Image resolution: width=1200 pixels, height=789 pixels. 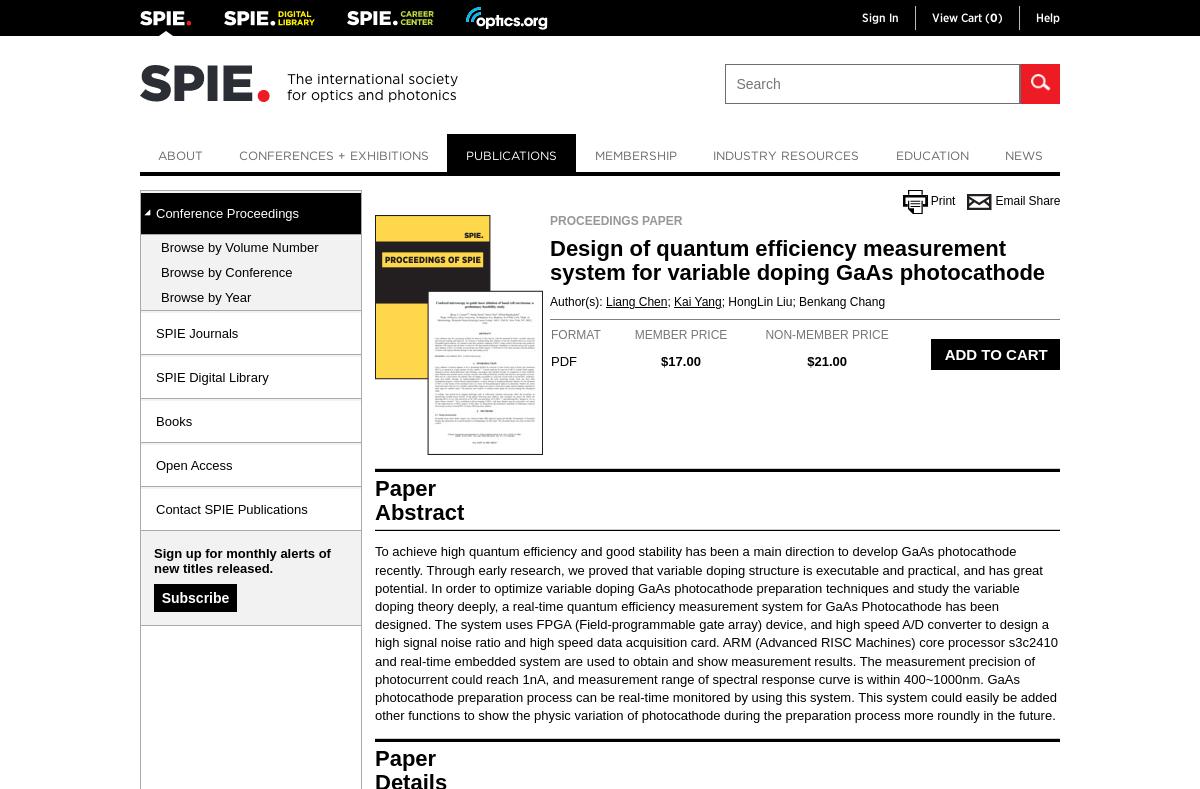 I want to click on 'Browse by Year', so click(x=205, y=297).